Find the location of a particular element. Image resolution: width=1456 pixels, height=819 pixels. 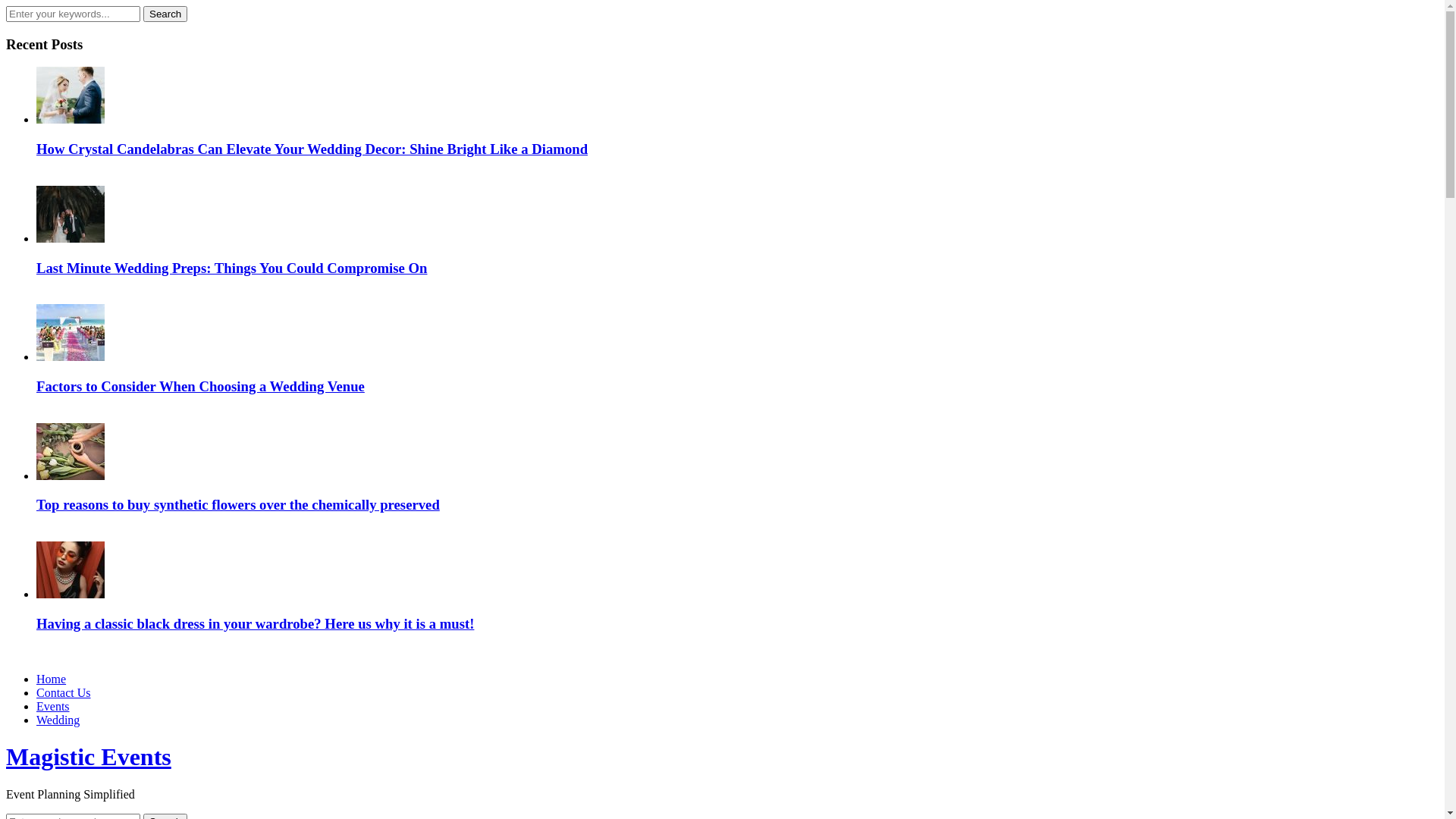

'Factors to Consider When Choosing a Wedding Venue' is located at coordinates (199, 385).